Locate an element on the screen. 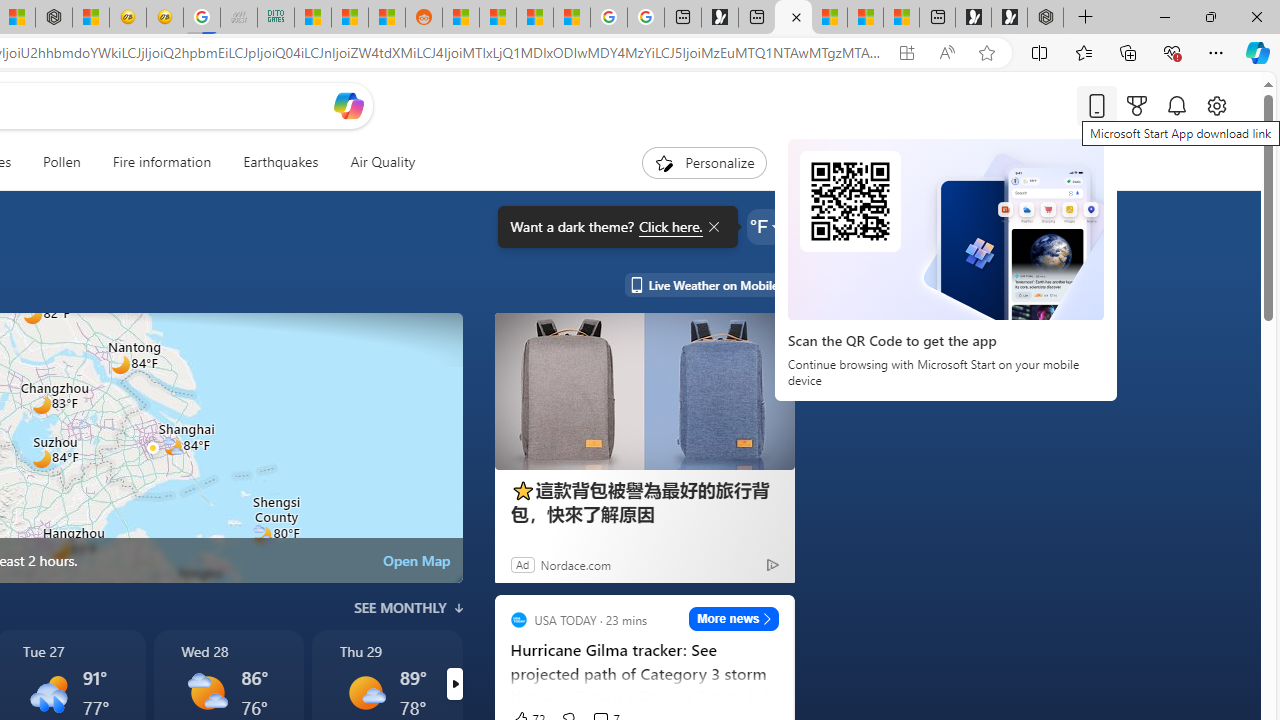 The height and width of the screenshot is (720, 1280). 'Pollen' is located at coordinates (62, 162).